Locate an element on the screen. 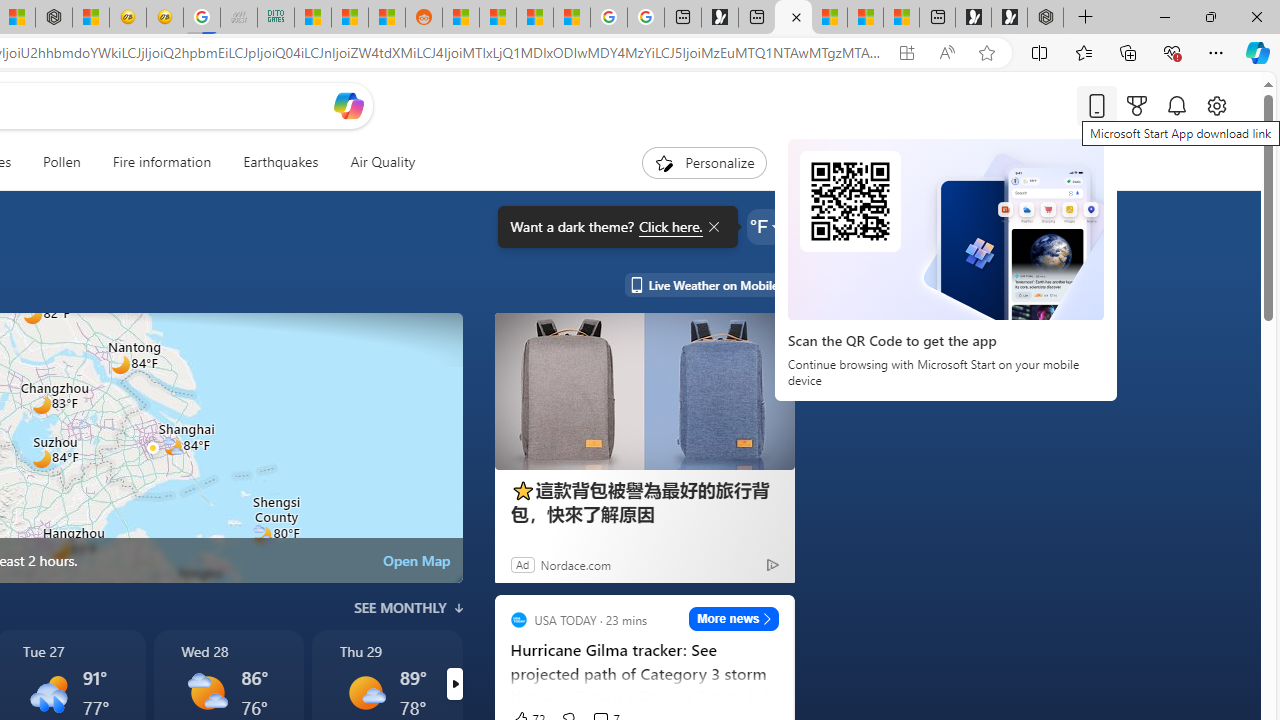 The height and width of the screenshot is (720, 1280). 'Pollen' is located at coordinates (62, 162).